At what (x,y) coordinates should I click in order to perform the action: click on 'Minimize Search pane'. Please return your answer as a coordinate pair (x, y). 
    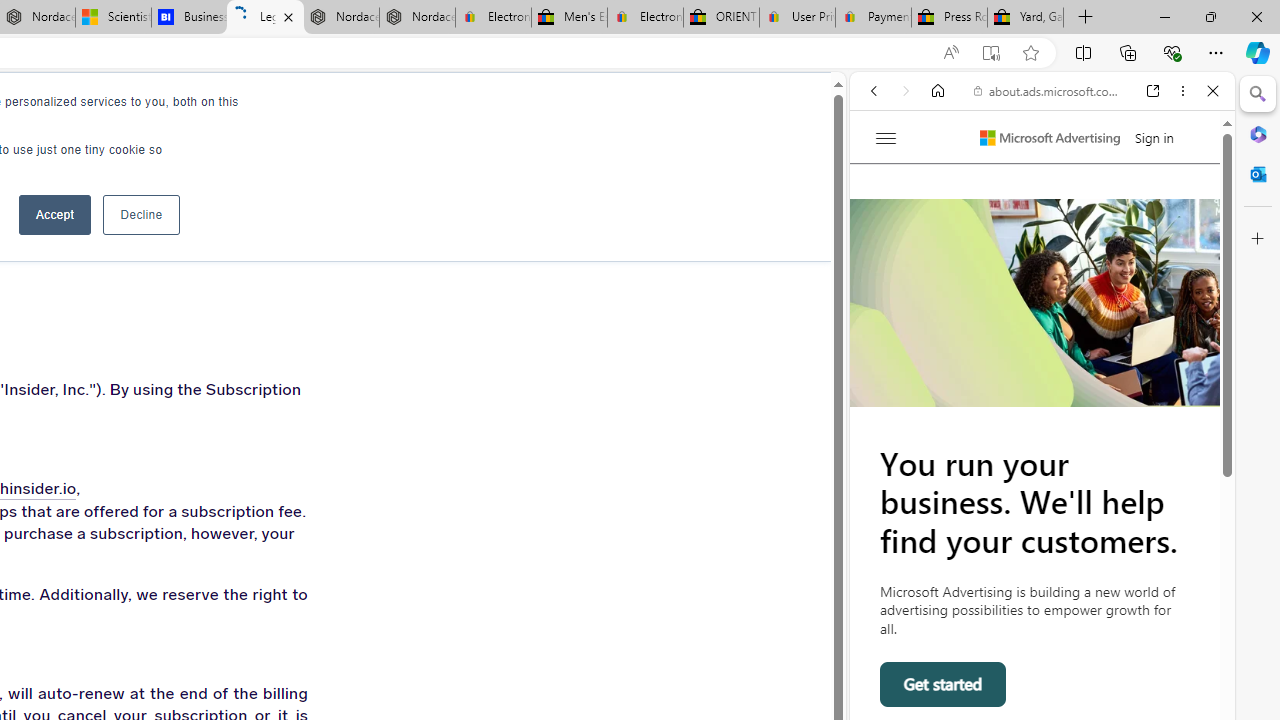
    Looking at the image, I should click on (1257, 94).